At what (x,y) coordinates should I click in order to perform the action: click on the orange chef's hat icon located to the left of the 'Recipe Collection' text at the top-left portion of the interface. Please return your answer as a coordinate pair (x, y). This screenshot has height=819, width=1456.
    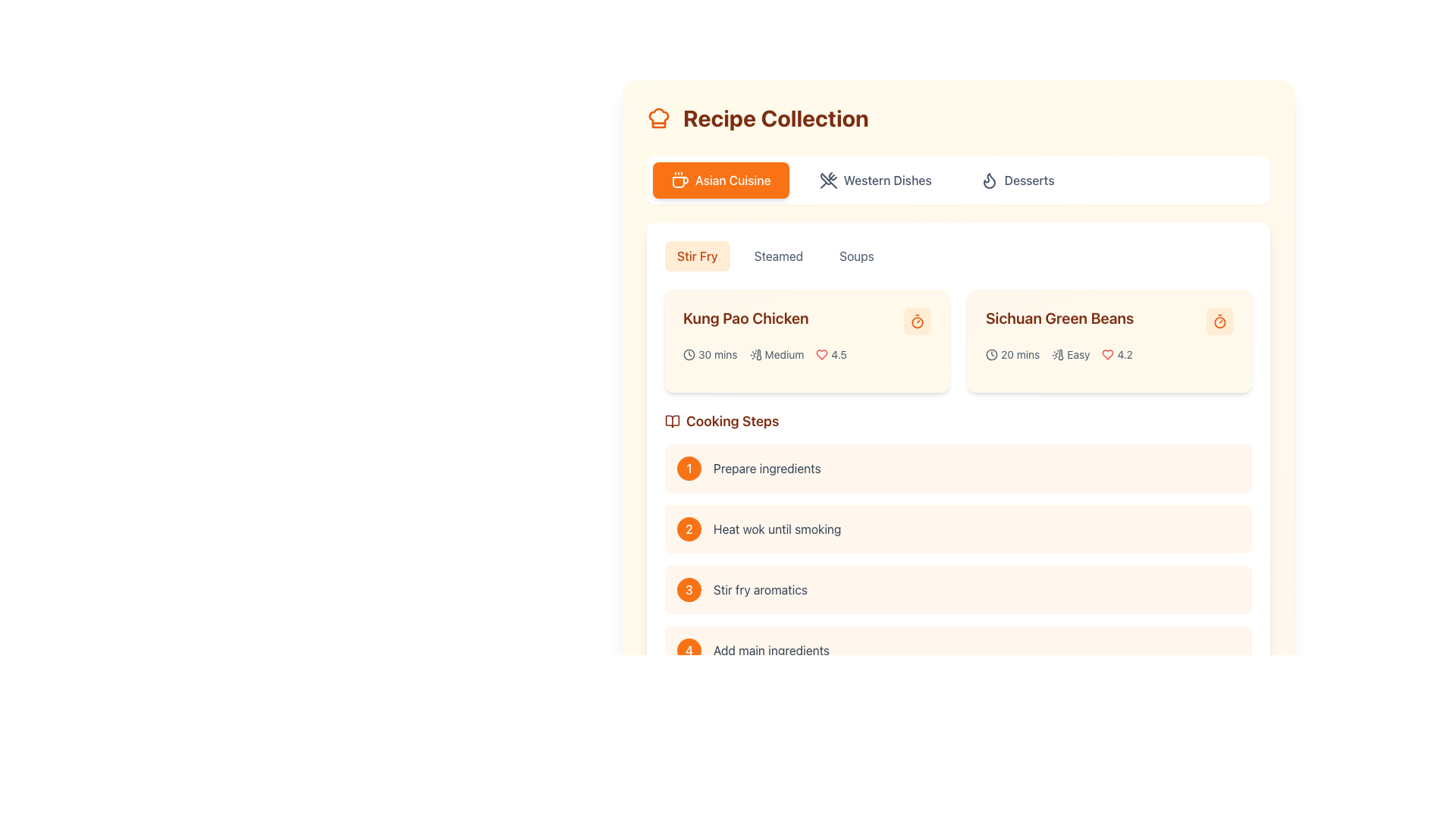
    Looking at the image, I should click on (658, 117).